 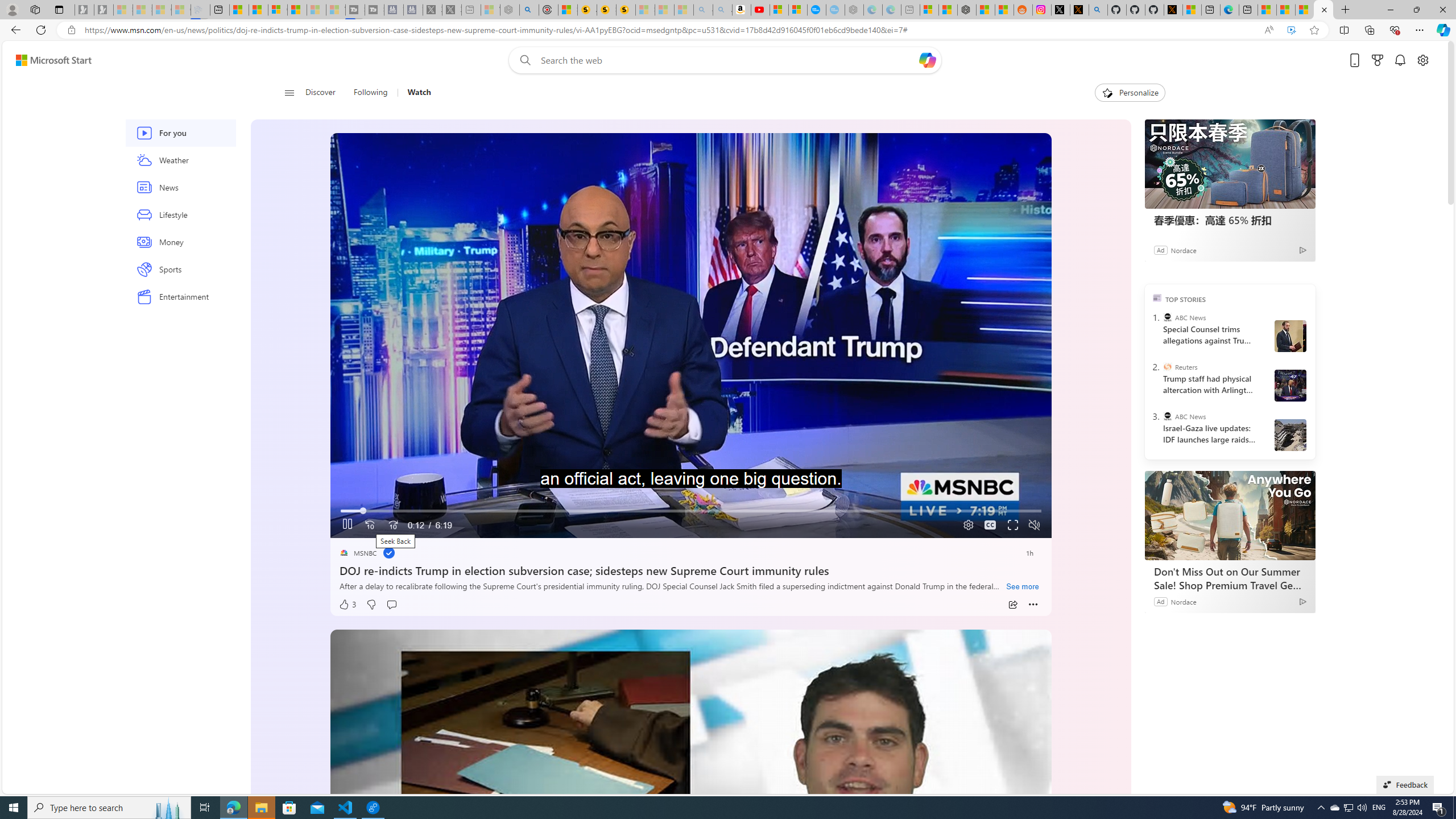 I want to click on 'Wildlife - MSN - Sleeping', so click(x=490, y=9).